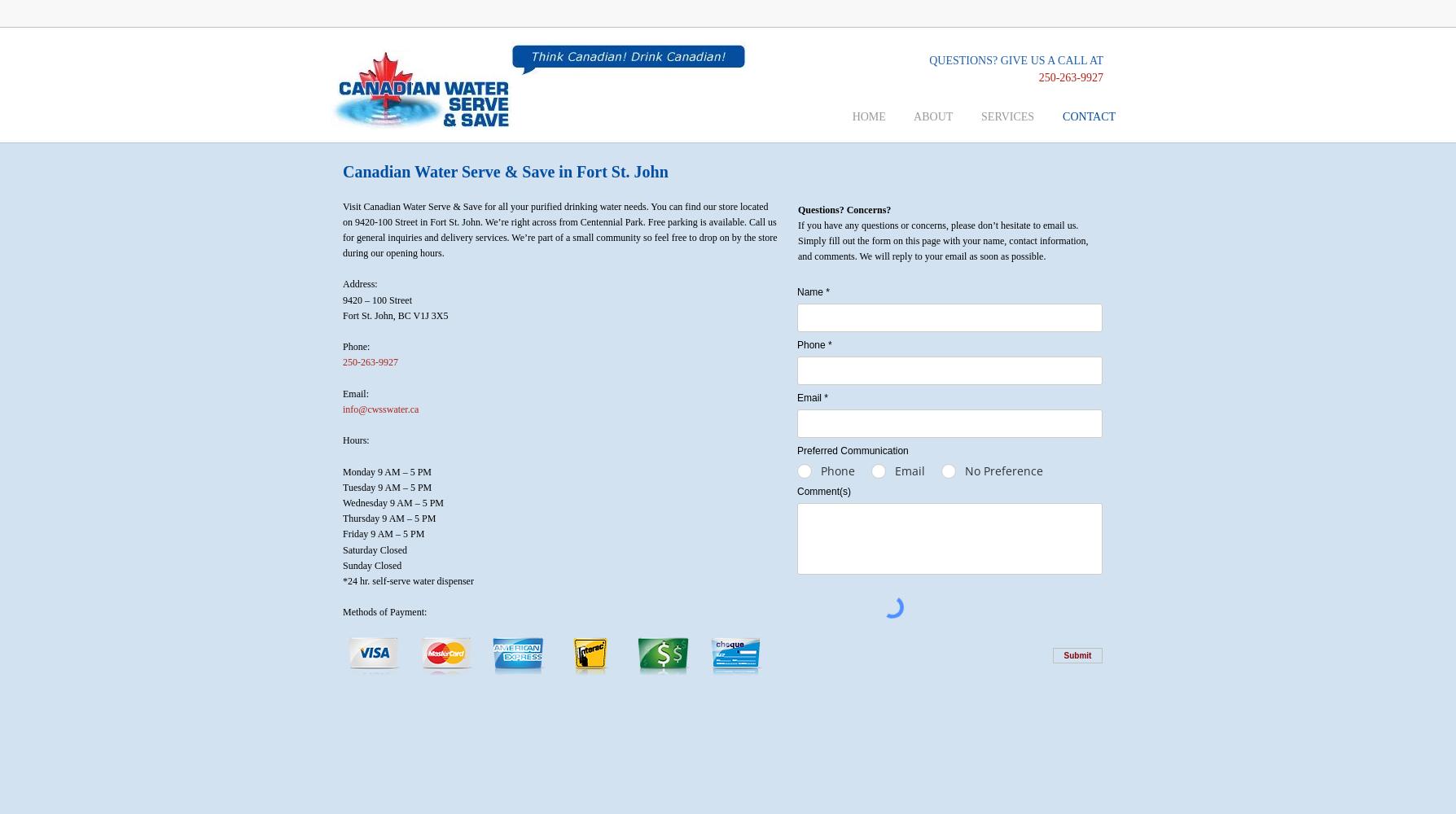  I want to click on 'Fort St. John, BC V1J 3X5', so click(342, 315).